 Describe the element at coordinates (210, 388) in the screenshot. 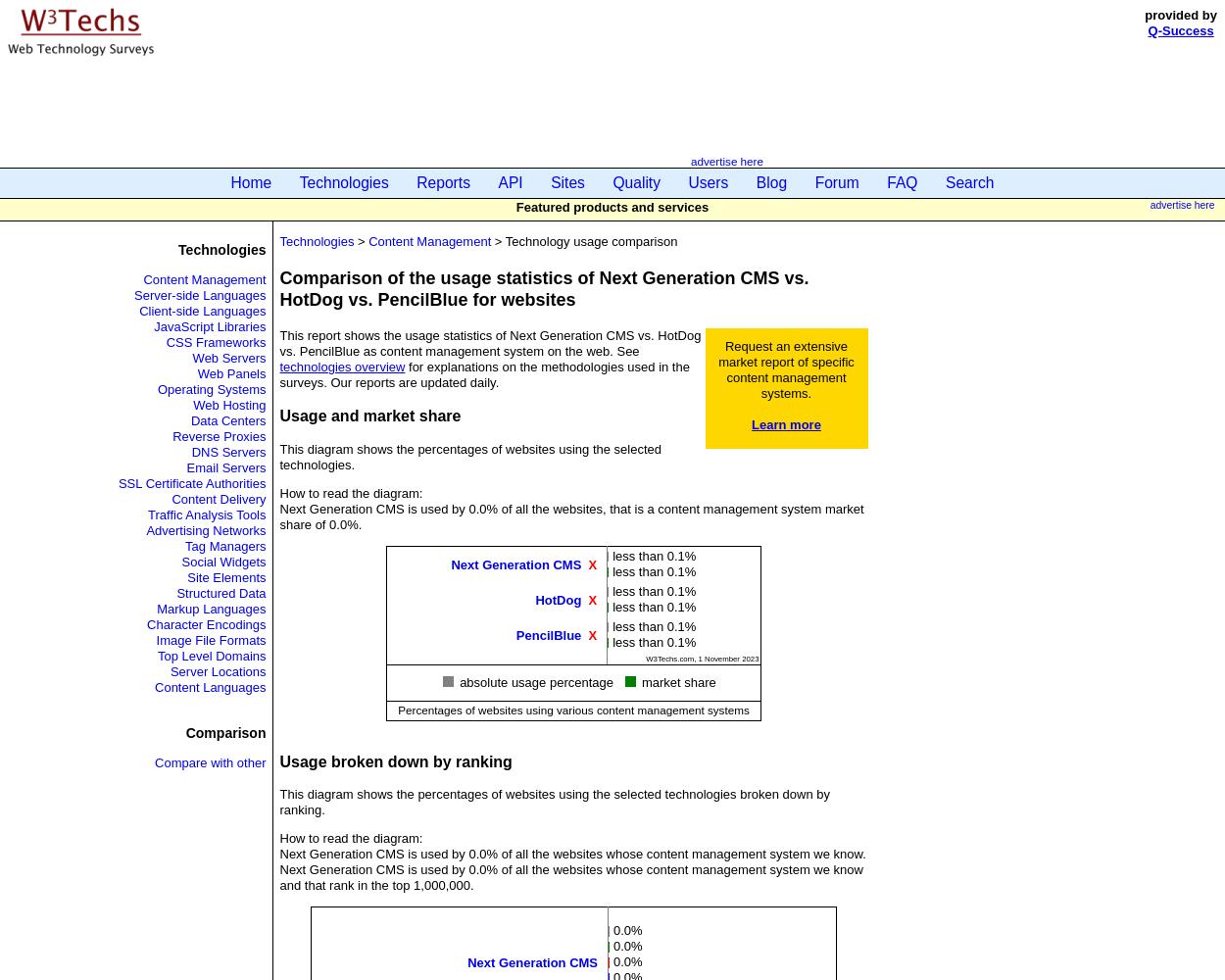

I see `'Operating Systems'` at that location.